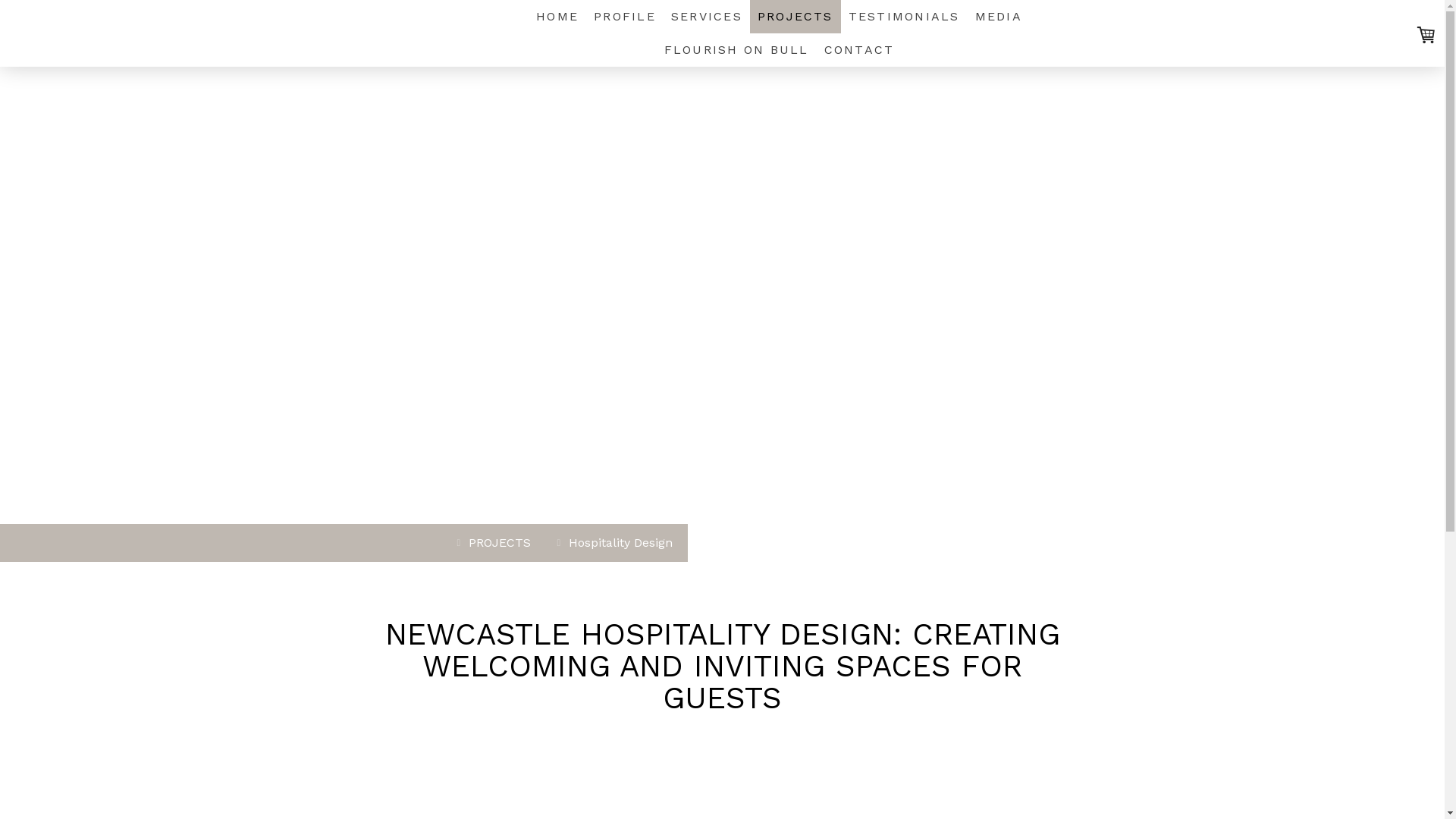  Describe the element at coordinates (556, 17) in the screenshot. I see `'HOME'` at that location.